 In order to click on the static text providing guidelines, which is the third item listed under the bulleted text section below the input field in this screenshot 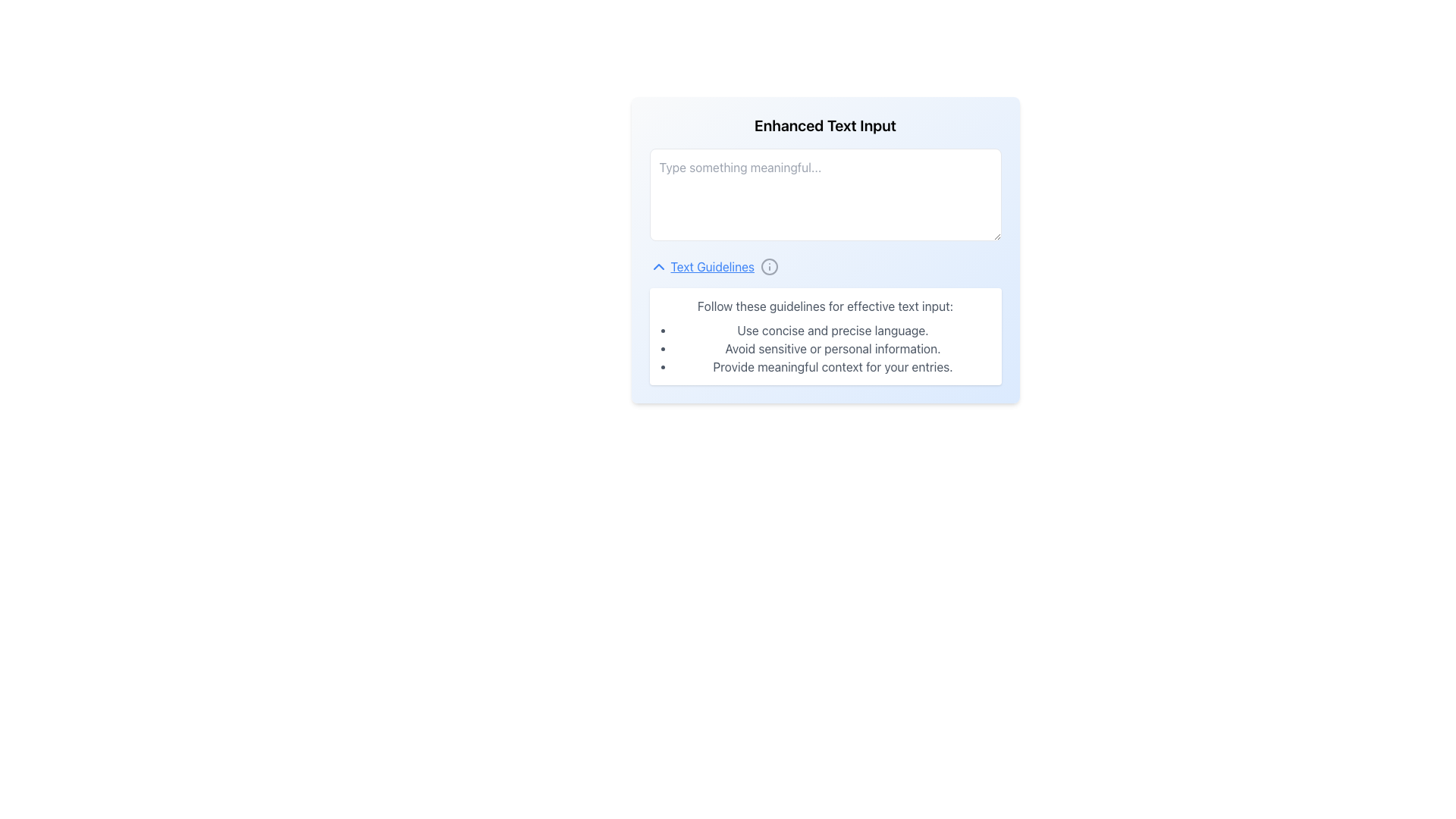, I will do `click(832, 366)`.